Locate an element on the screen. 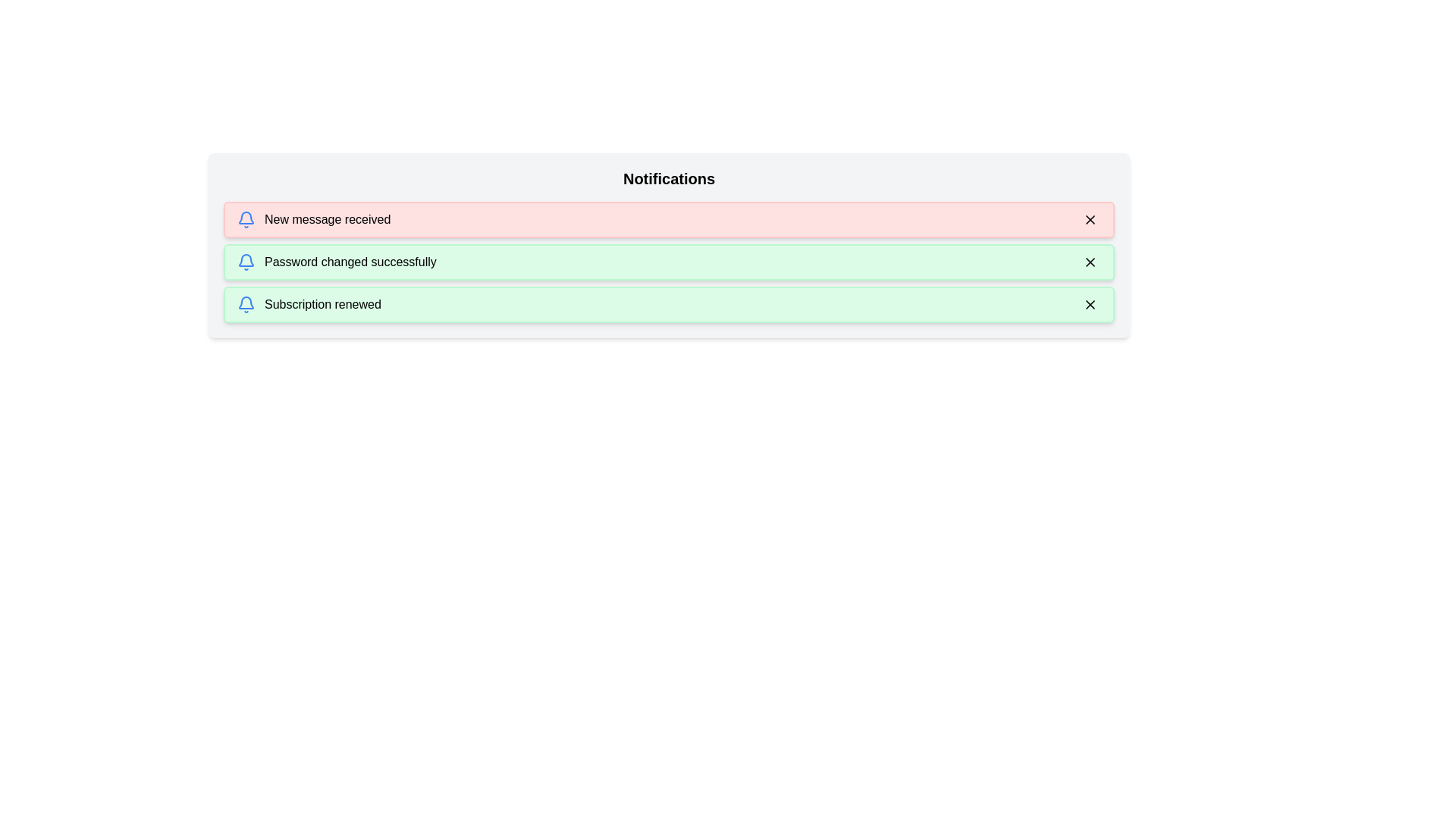 This screenshot has height=819, width=1456. the close icon (X) in the topmost notification banner with red background indicating 'New message received' is located at coordinates (1090, 219).